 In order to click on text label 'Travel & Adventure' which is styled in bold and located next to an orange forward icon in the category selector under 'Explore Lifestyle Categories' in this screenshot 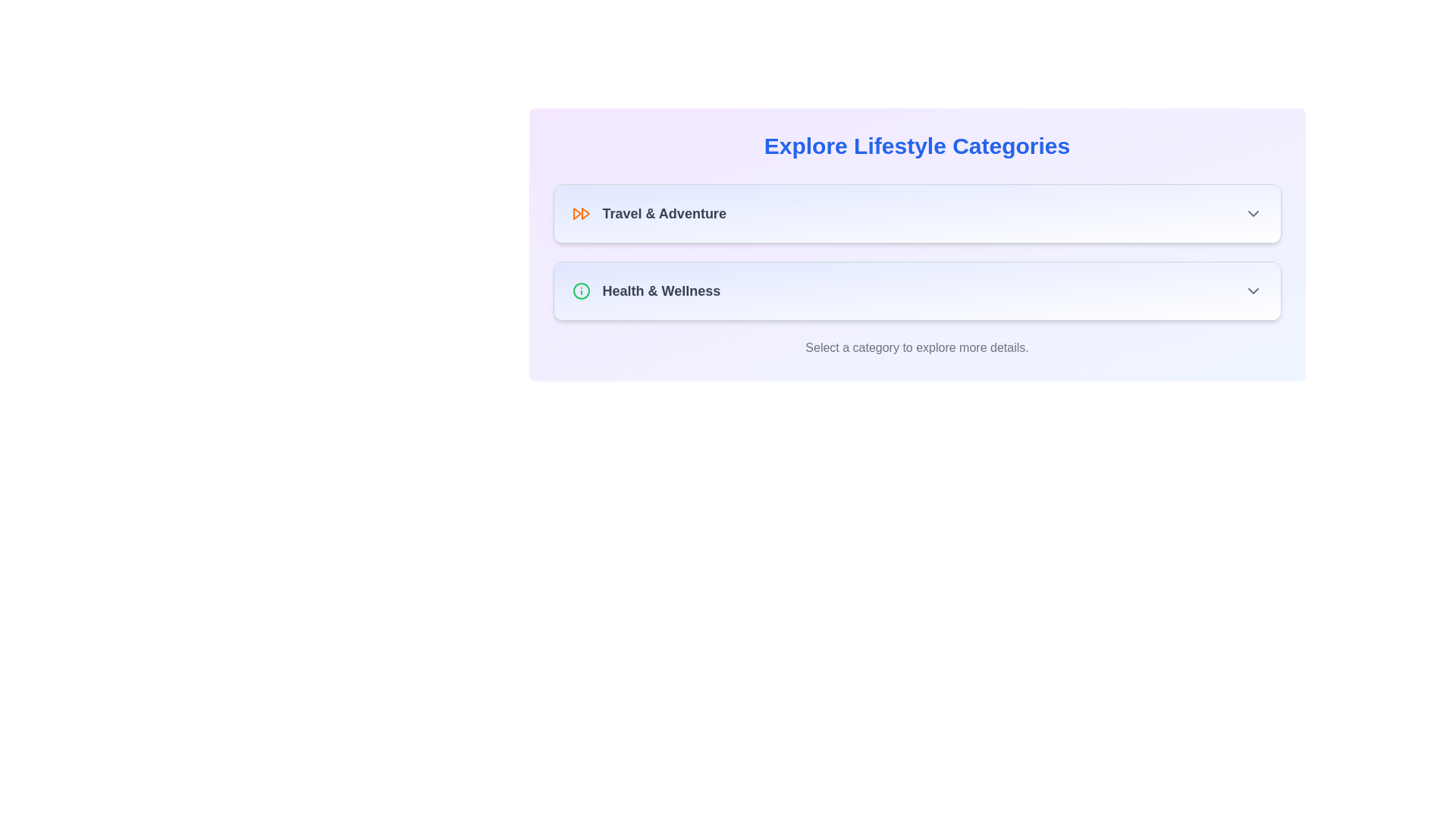, I will do `click(664, 213)`.